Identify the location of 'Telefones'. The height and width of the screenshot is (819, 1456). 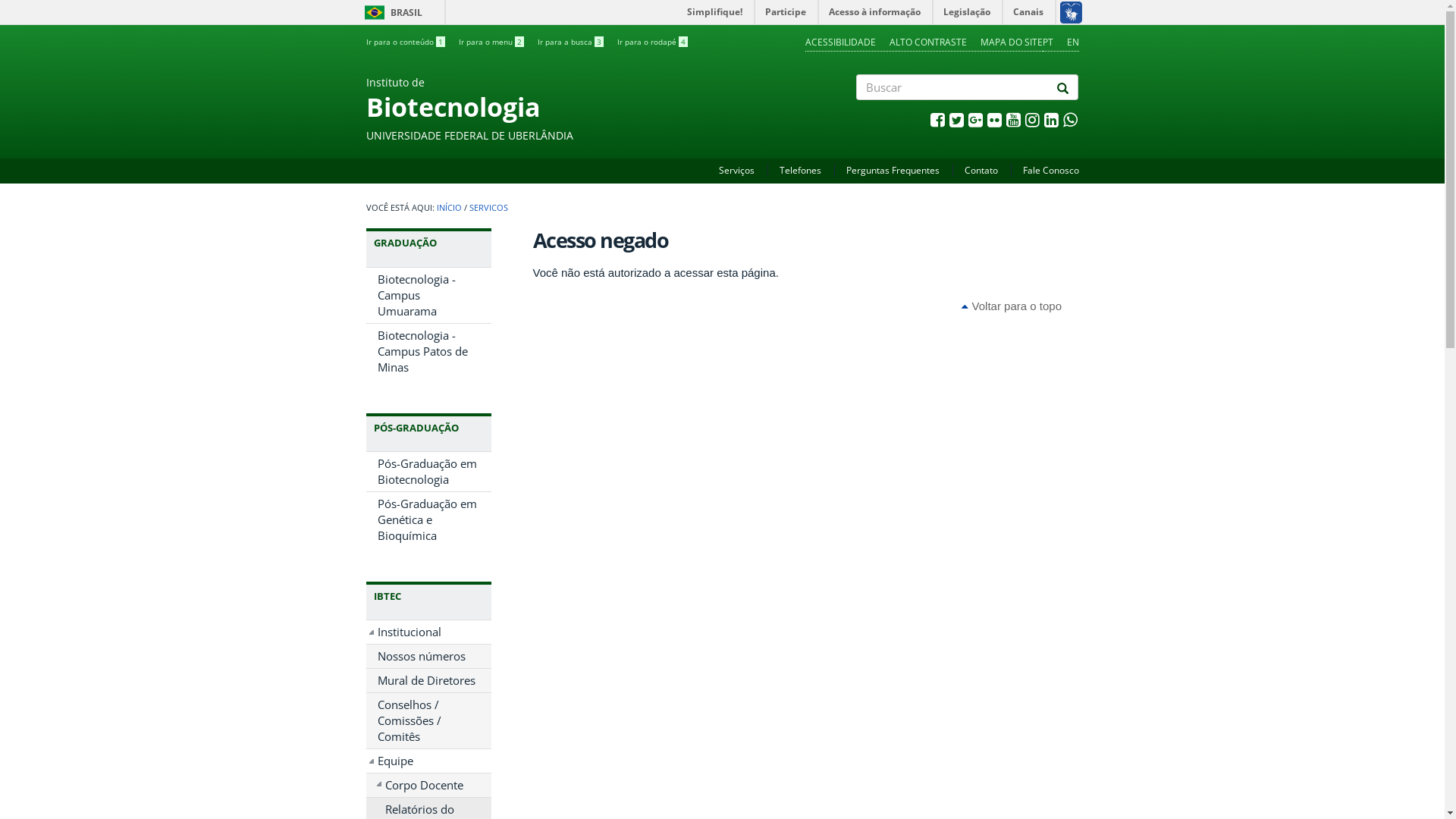
(799, 170).